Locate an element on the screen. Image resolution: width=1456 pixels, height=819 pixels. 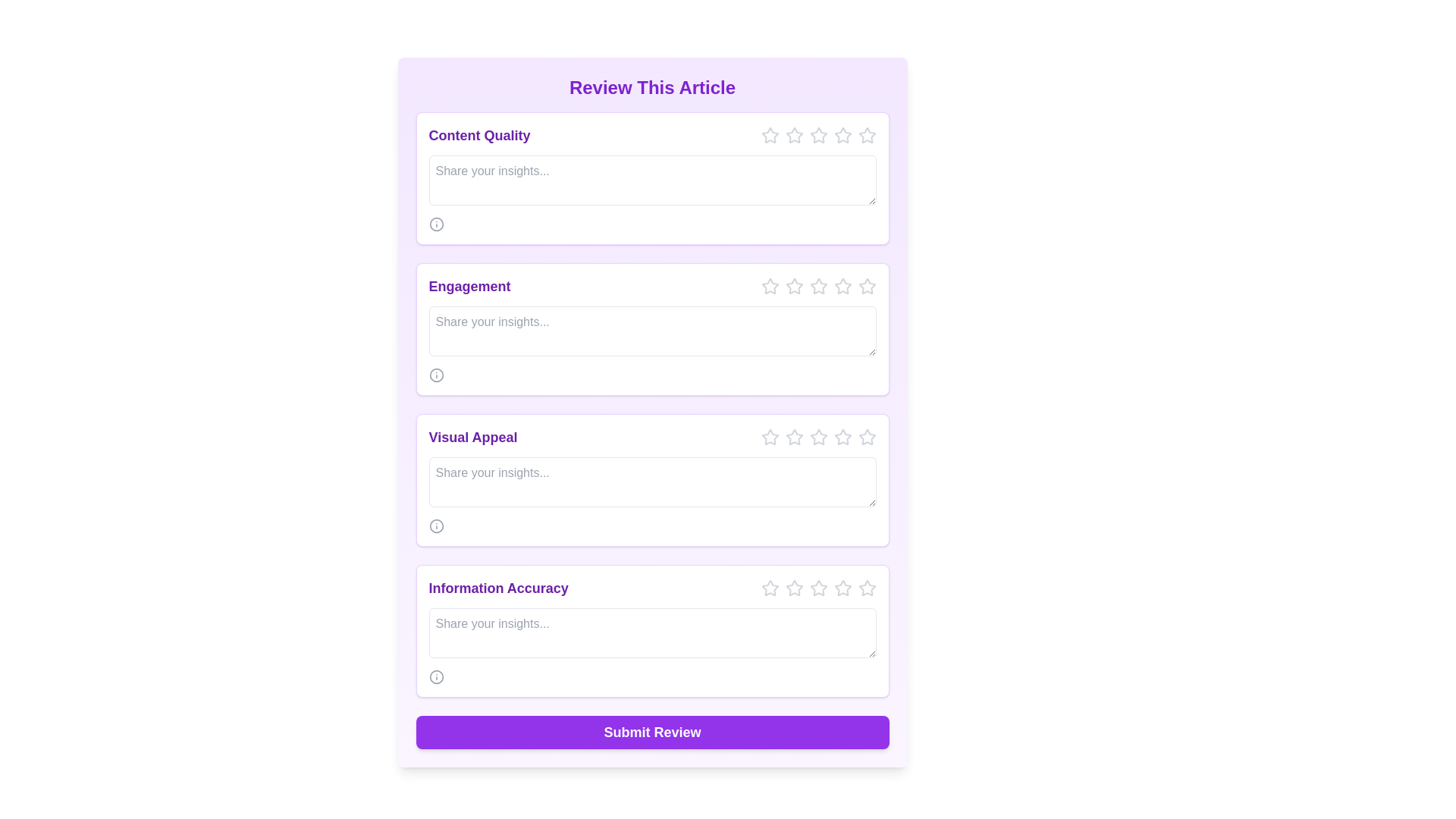
the fifth star icon, which is light gray and represents an unselected state, to rate the content quality is located at coordinates (867, 134).